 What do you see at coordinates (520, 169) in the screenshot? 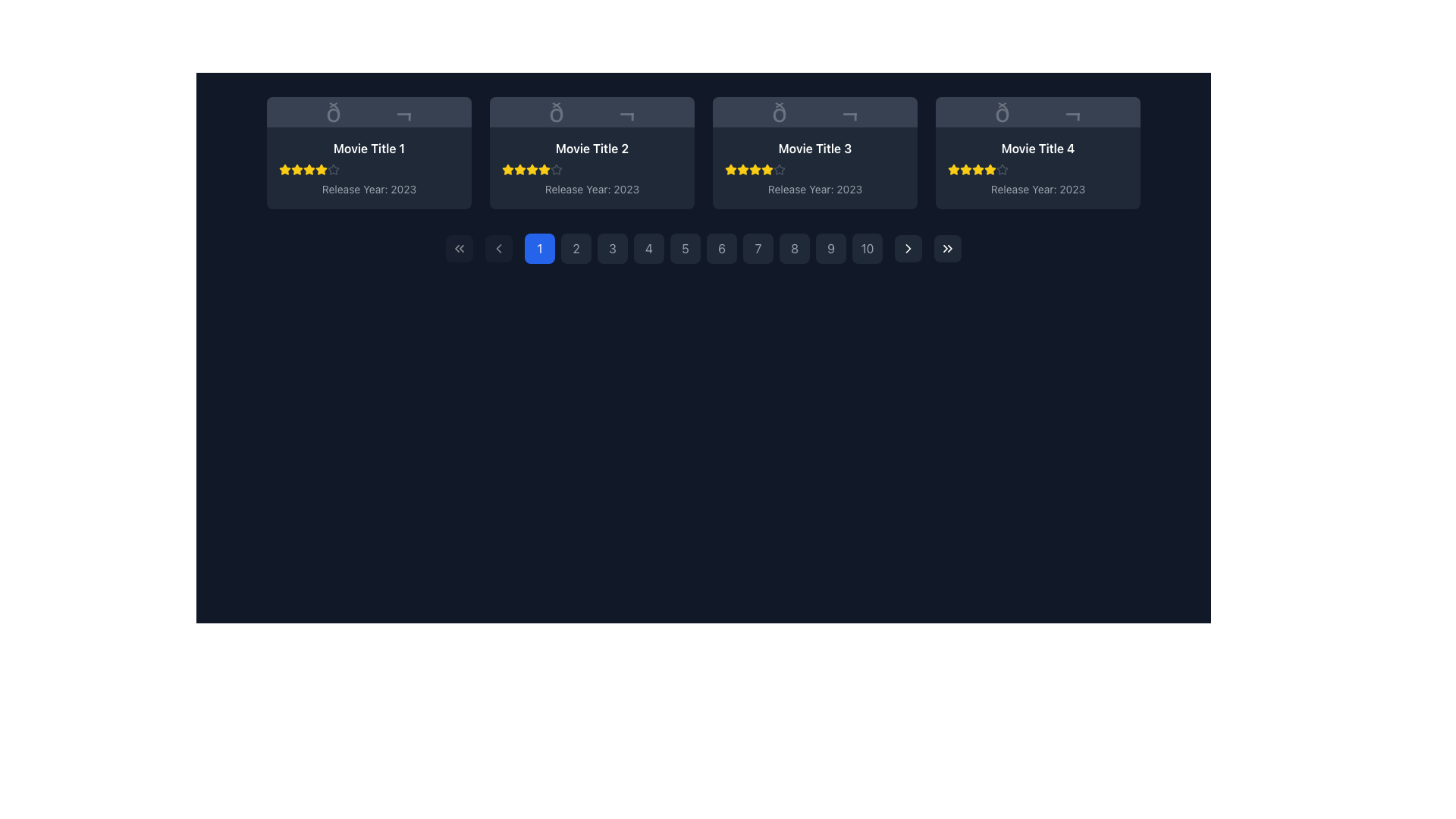
I see `the second star icon in the row of five stars under the title 'Movie Title 2' to rate it` at bounding box center [520, 169].